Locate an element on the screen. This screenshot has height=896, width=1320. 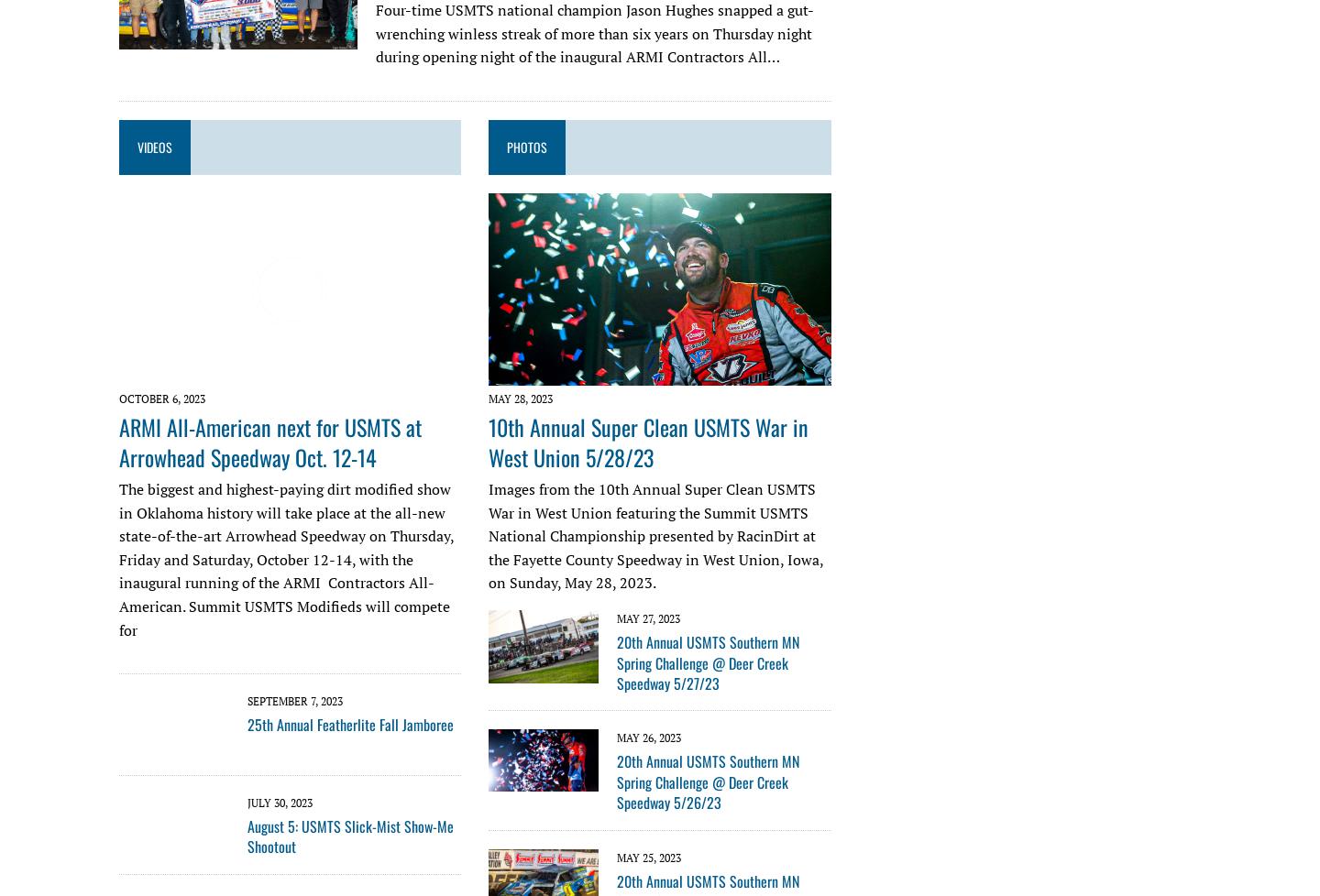
'ARMI All-American next for USMTS at Arrowhead Speedway Oct. 12-14' is located at coordinates (269, 440).